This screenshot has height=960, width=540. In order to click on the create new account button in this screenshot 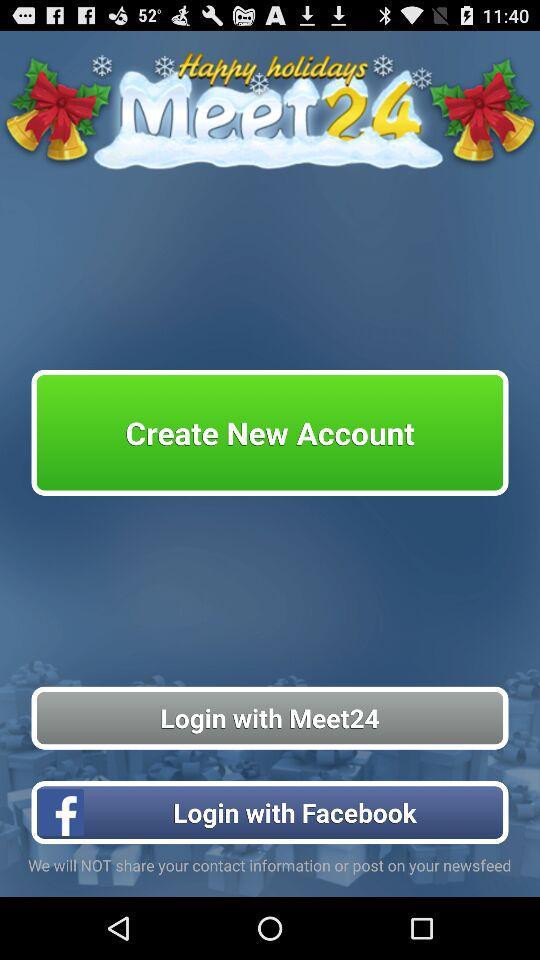, I will do `click(270, 432)`.